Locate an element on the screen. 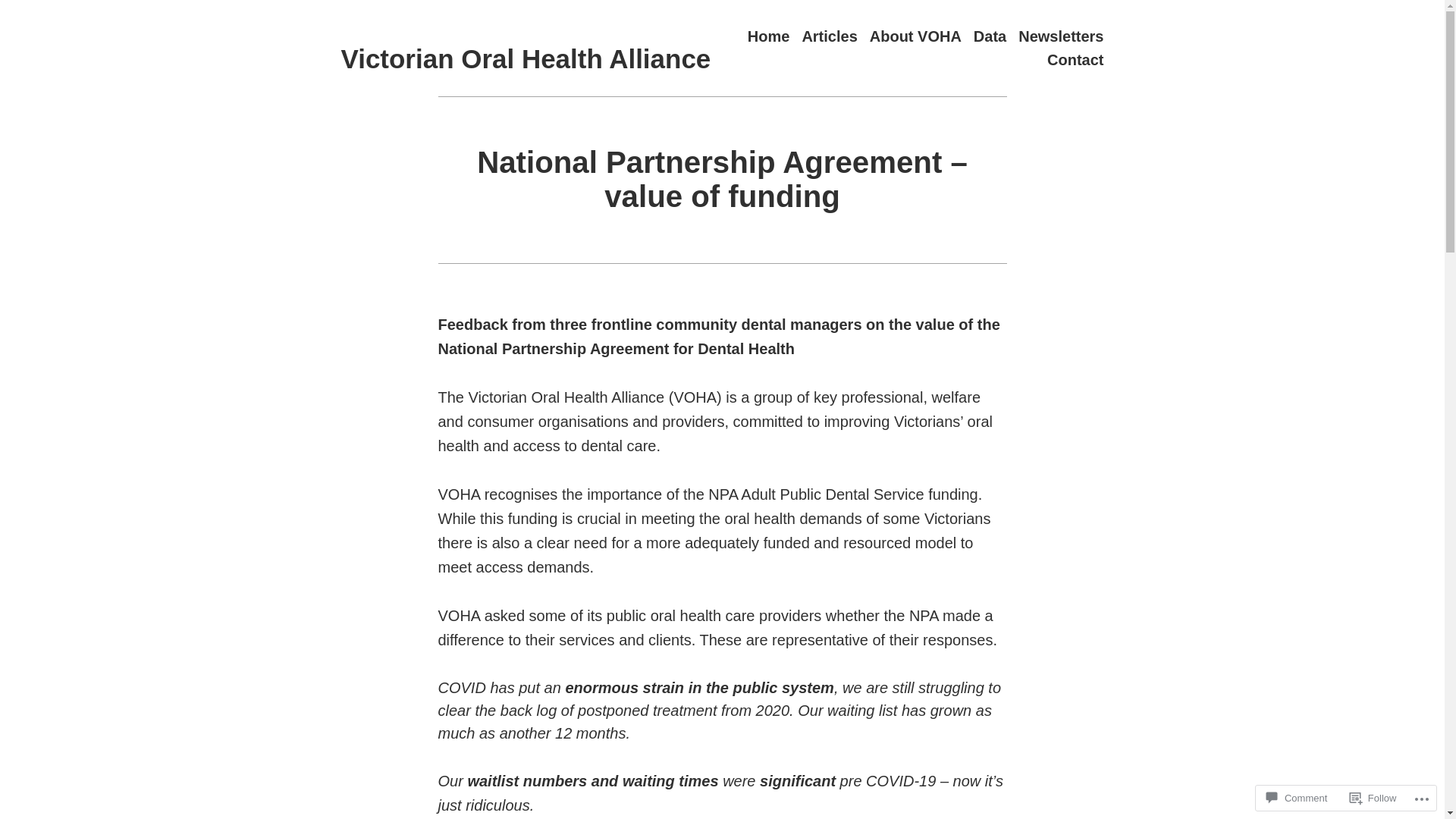  'Home' is located at coordinates (768, 35).